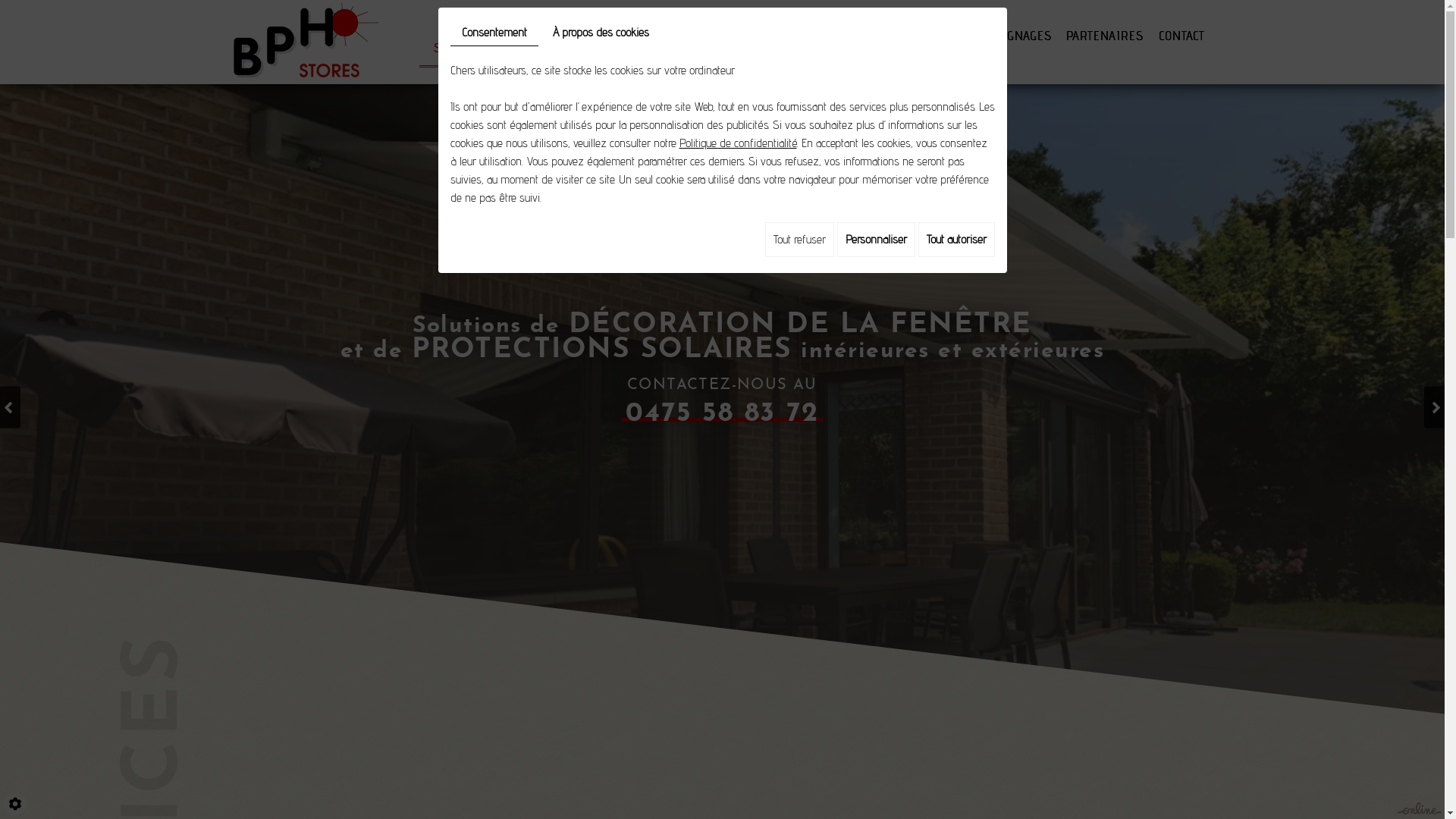 This screenshot has height=819, width=1456. I want to click on 'Tout refuser', so click(798, 239).